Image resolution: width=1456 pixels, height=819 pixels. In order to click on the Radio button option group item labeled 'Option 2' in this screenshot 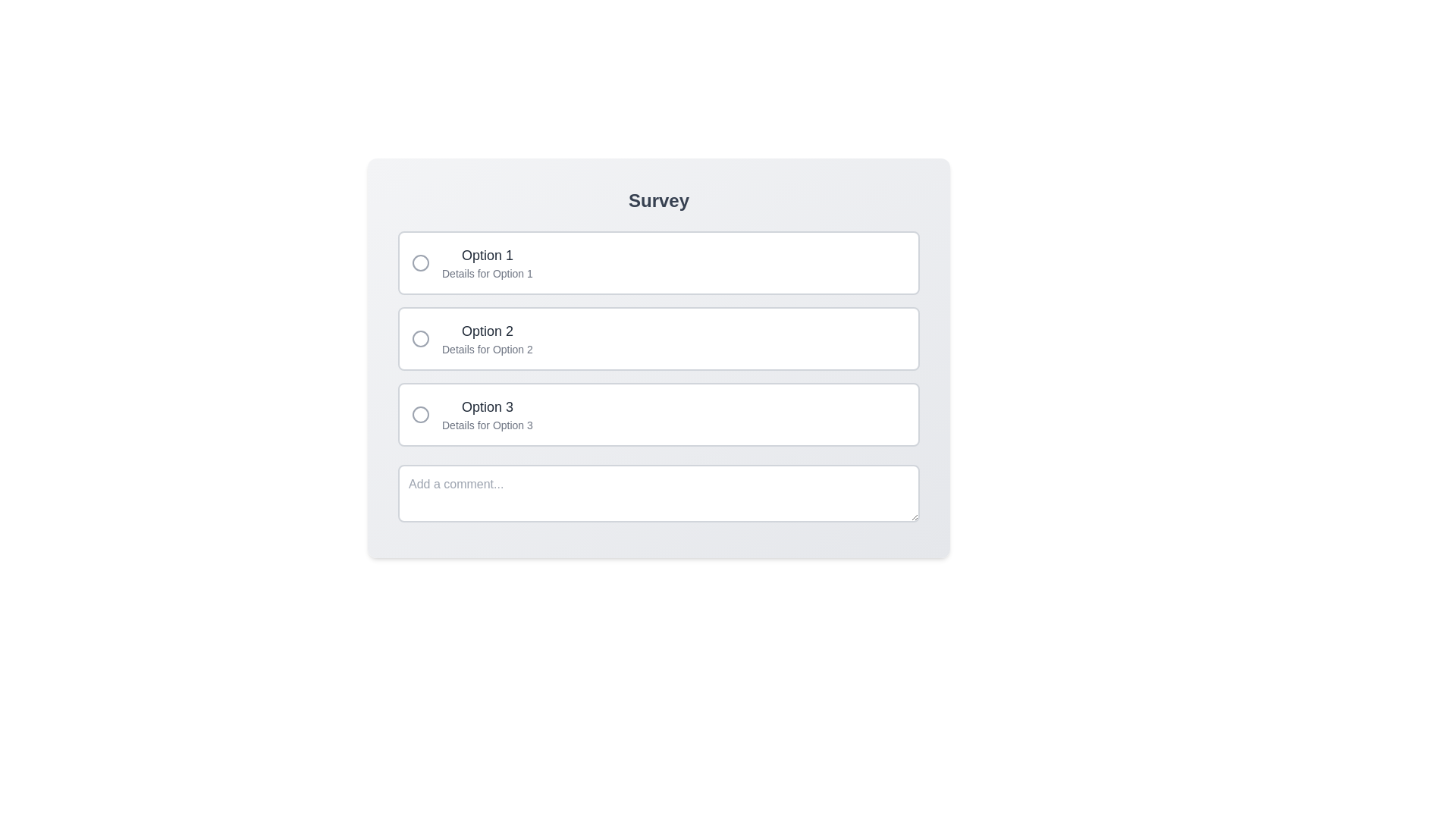, I will do `click(658, 338)`.